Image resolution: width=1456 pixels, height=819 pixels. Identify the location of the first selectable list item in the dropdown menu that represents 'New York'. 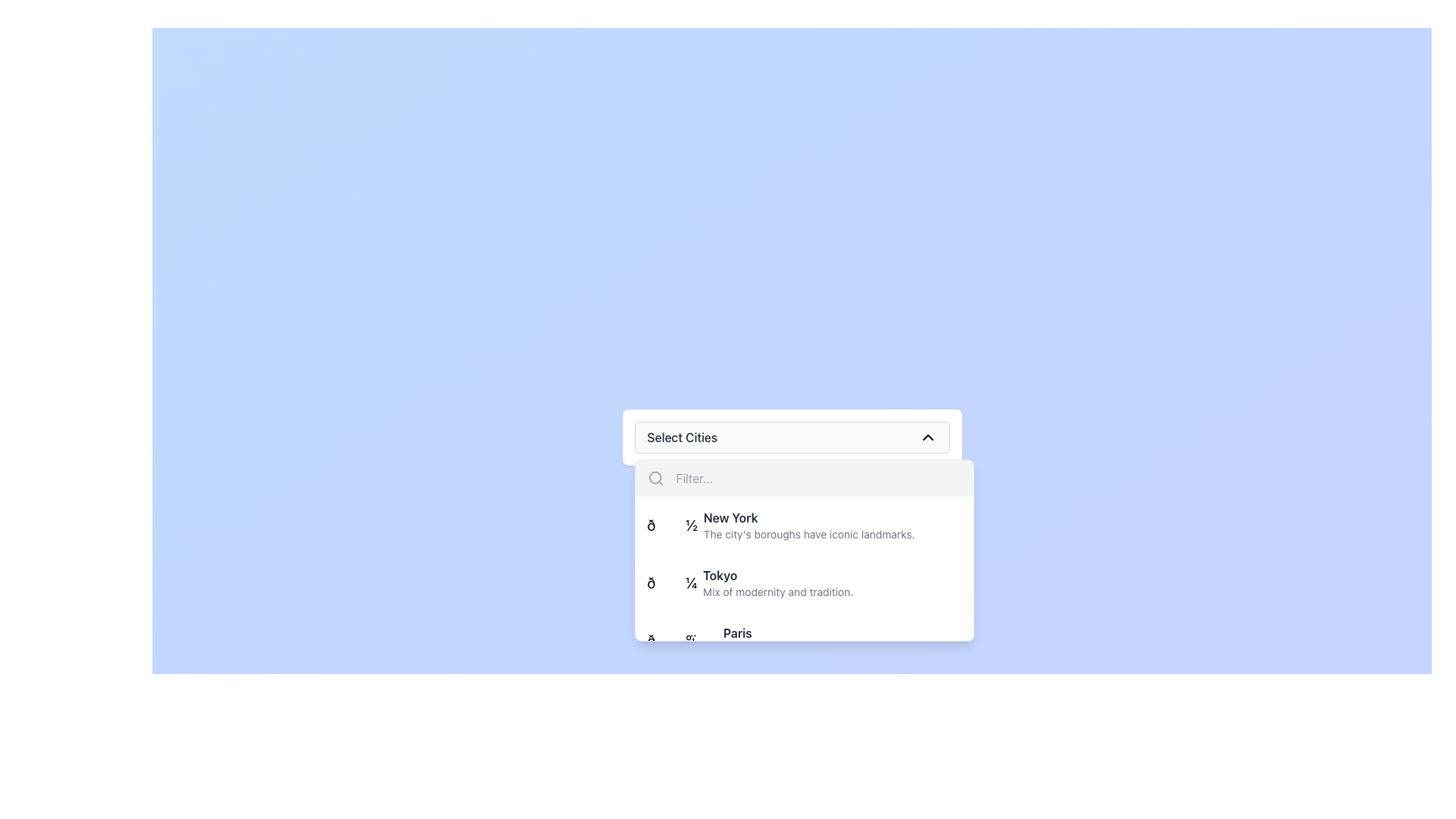
(803, 525).